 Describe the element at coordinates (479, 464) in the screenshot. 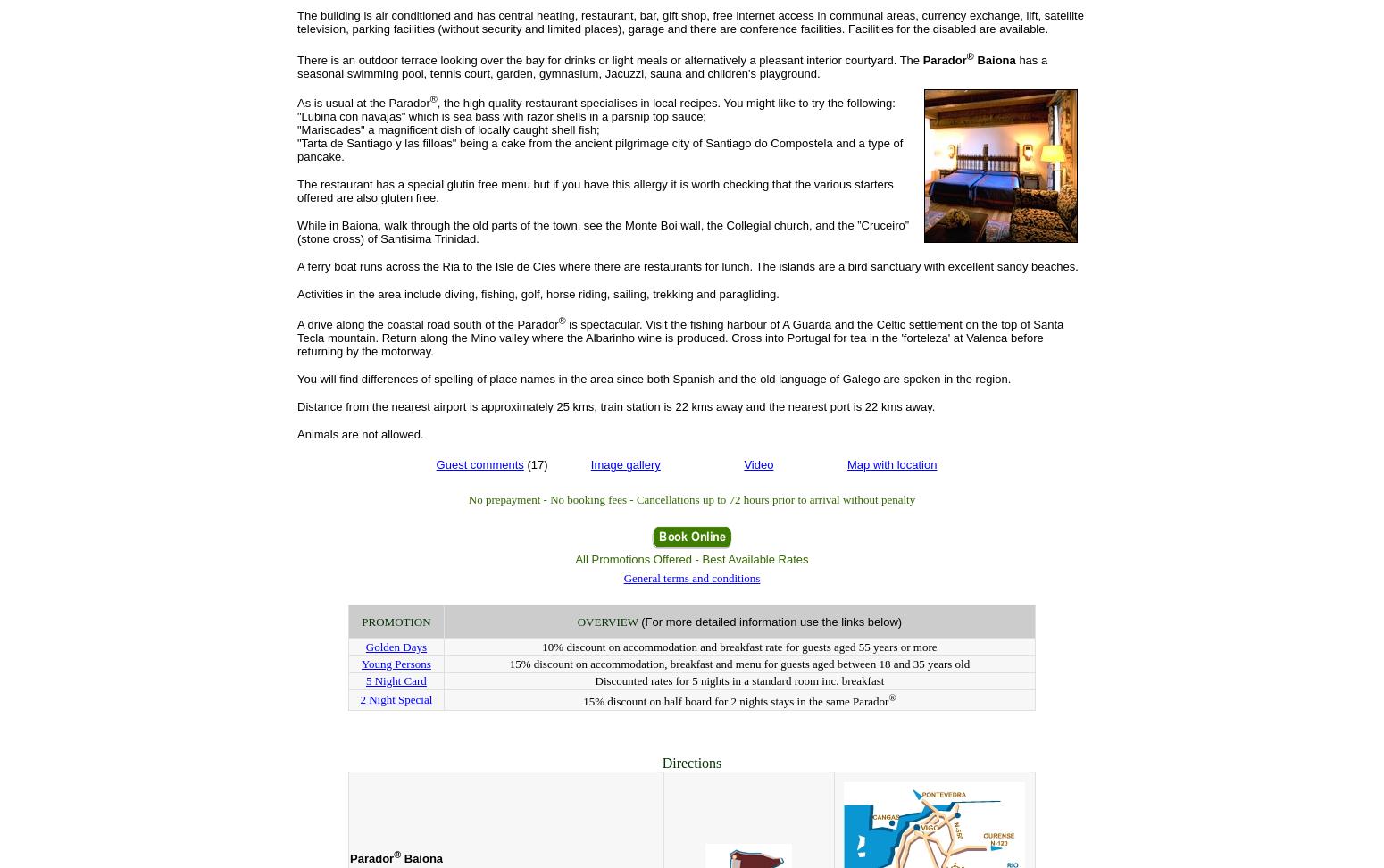

I see `'Guest comments'` at that location.